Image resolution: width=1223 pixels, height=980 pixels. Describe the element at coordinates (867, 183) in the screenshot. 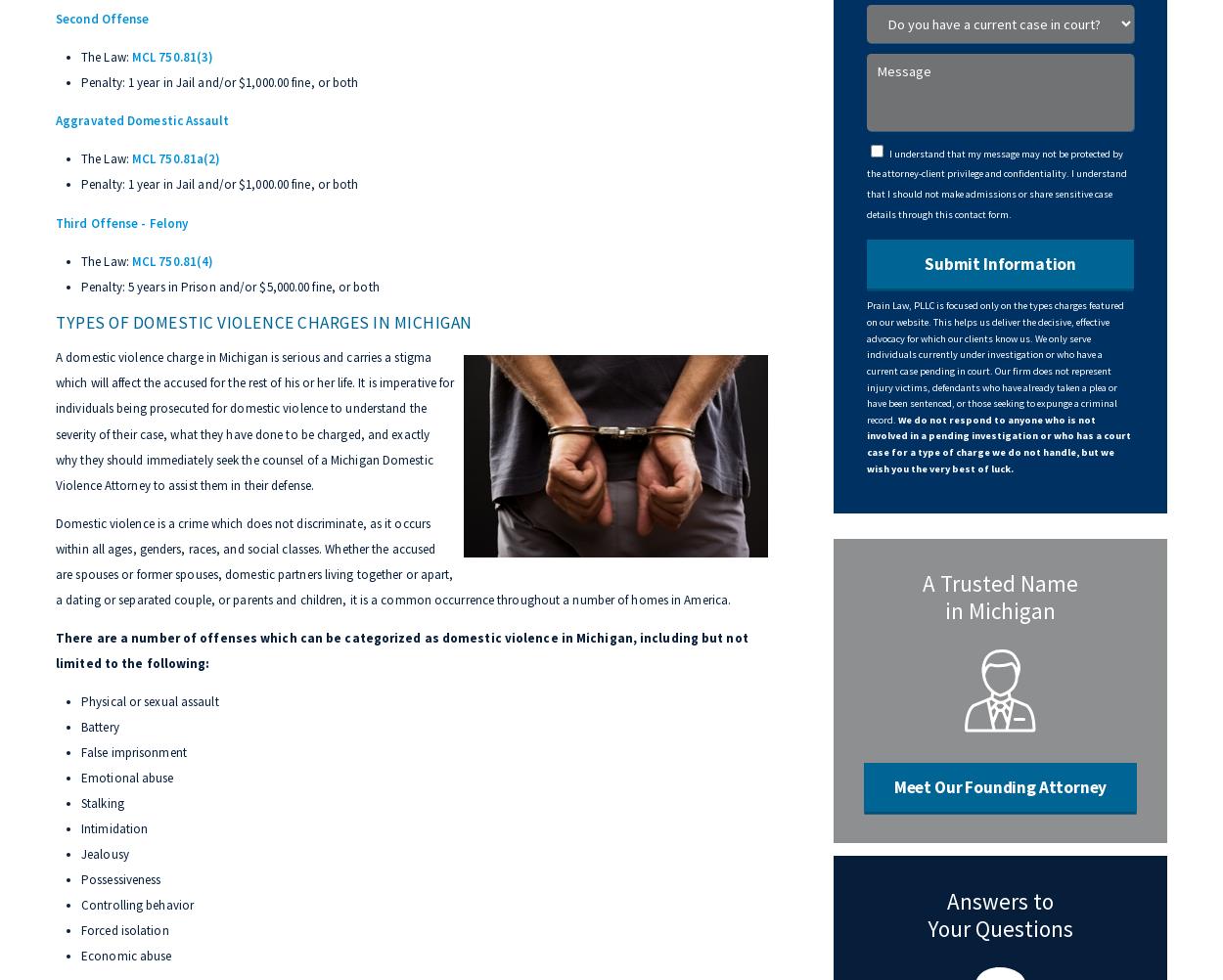

I see `'I understand that my message may not be protected by the attorney-client privilege and confidentiality. I understand that I should not make admissions or share sensitive case details through this contact form.'` at that location.